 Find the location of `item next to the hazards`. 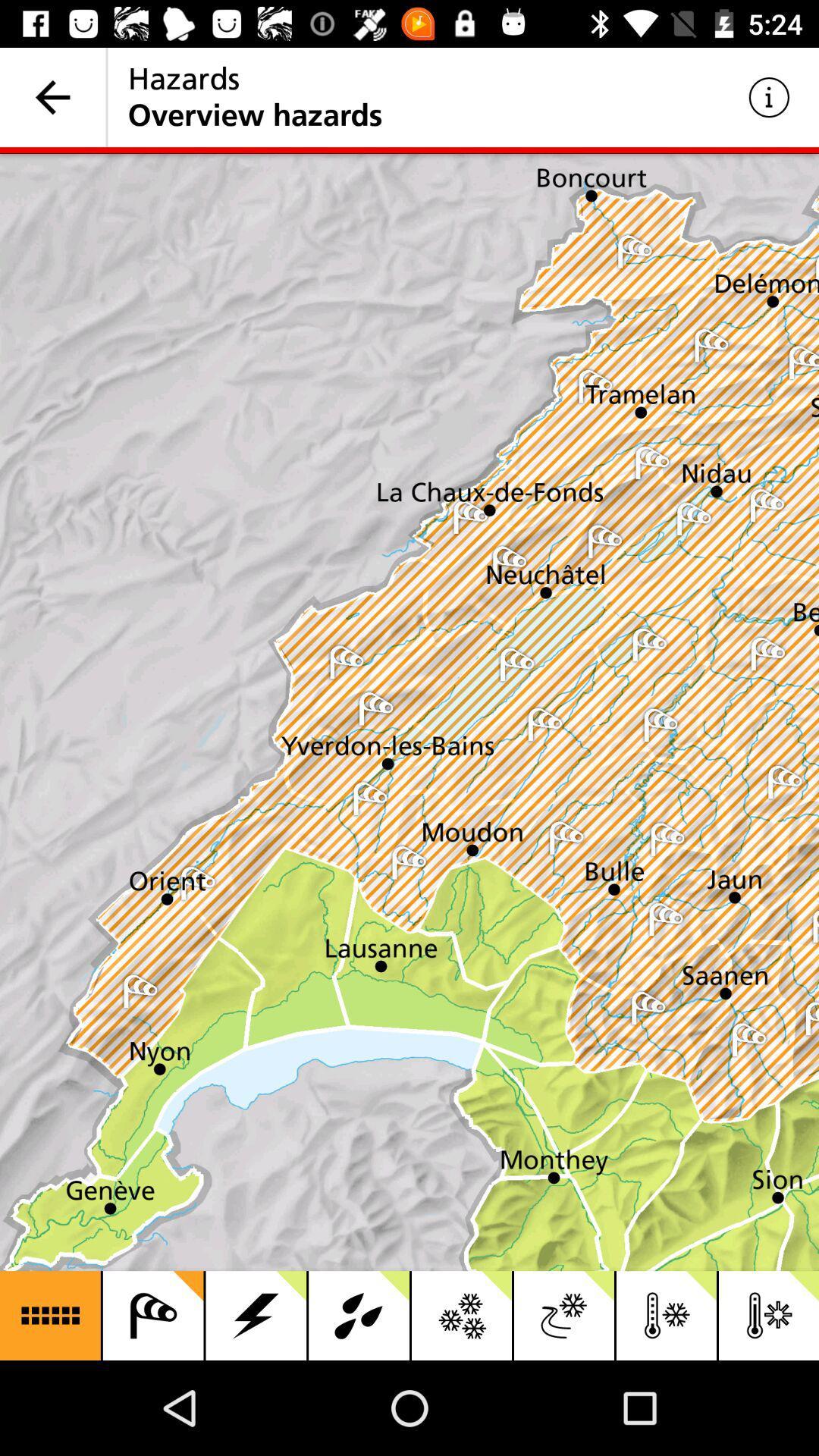

item next to the hazards is located at coordinates (769, 96).